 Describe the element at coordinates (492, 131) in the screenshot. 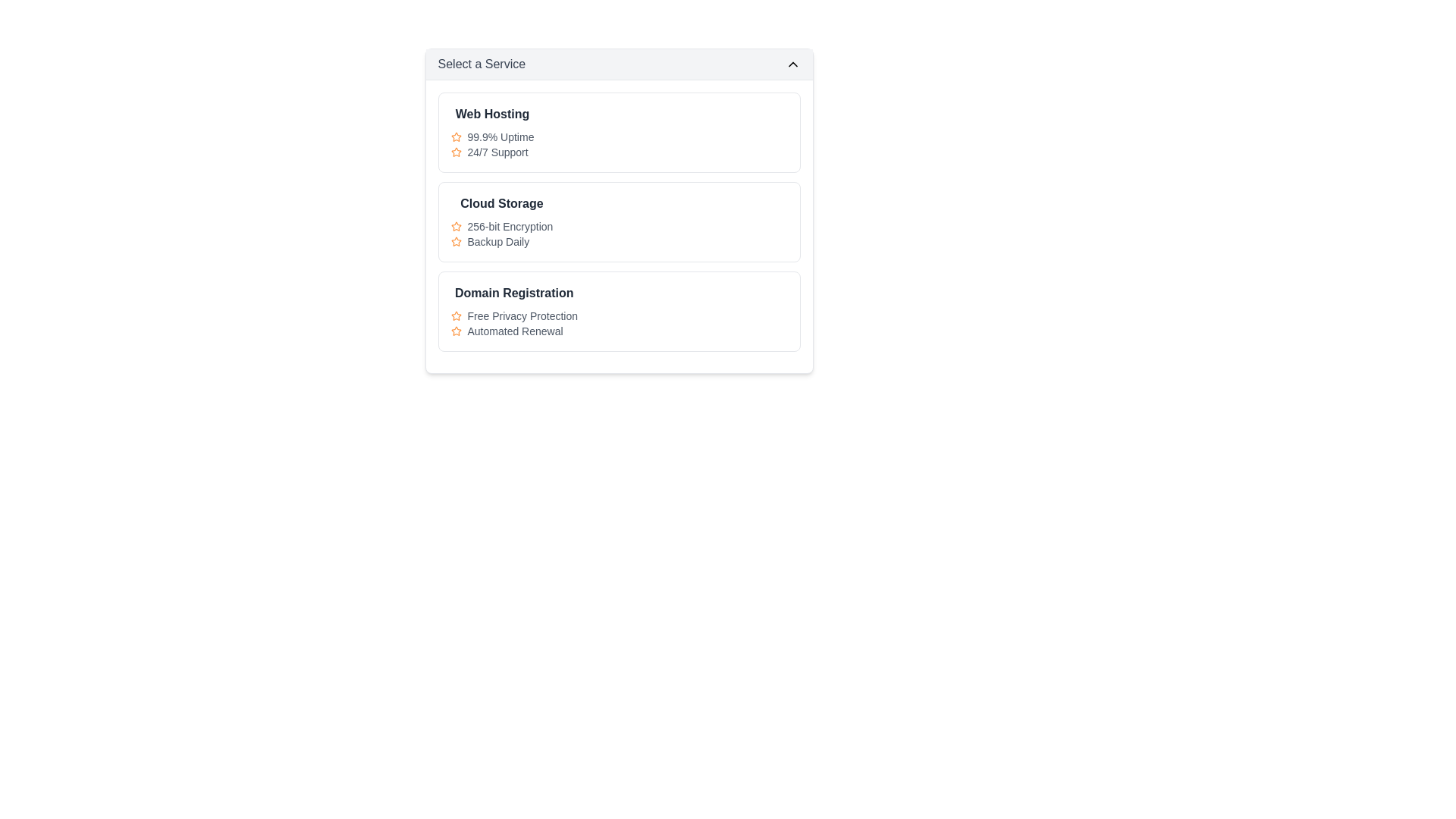

I see `the details of the 'Web Hosting' service in the Informational display section, which is the first item in the service selection interface` at that location.